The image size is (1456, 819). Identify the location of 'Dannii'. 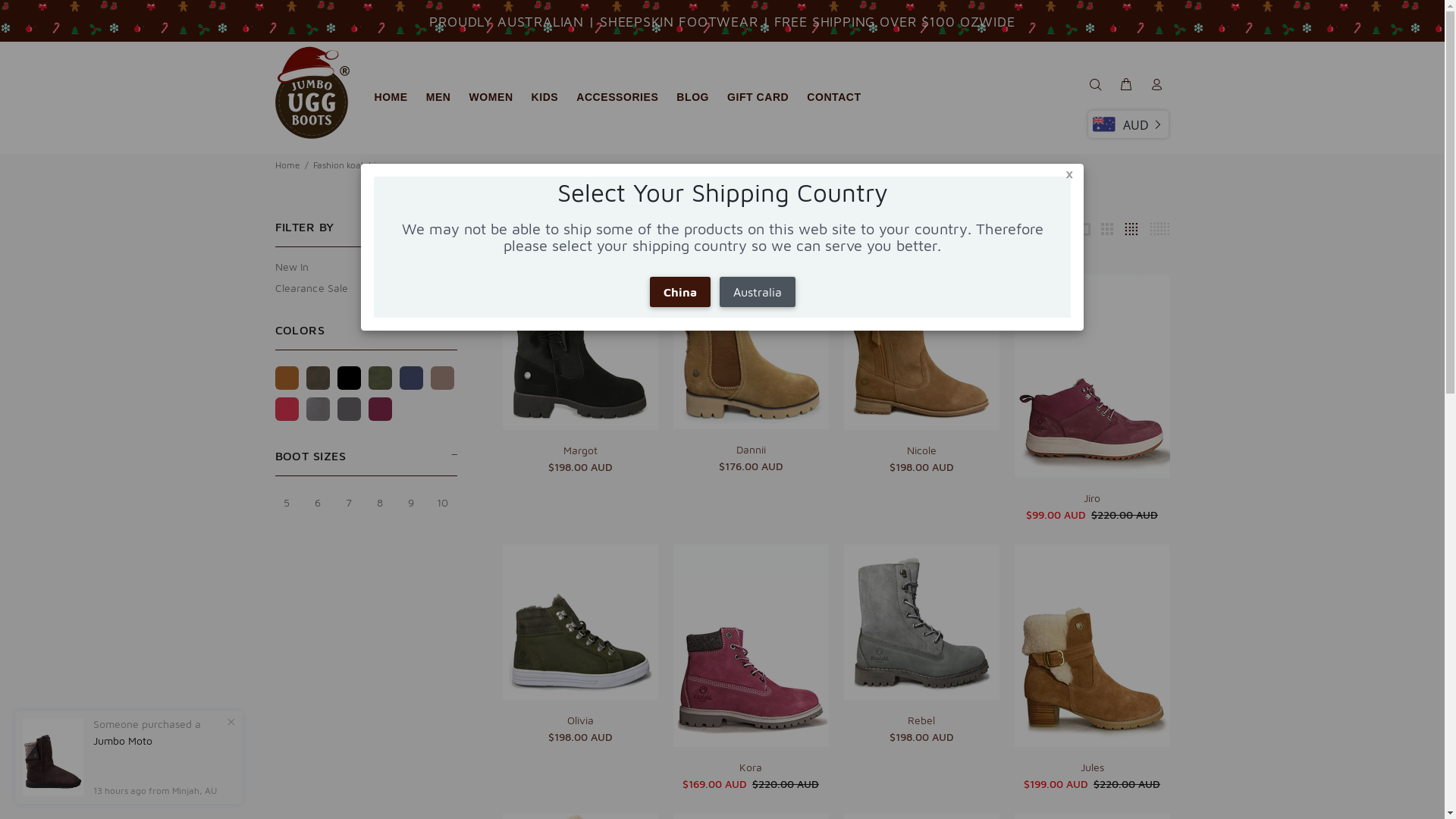
(750, 448).